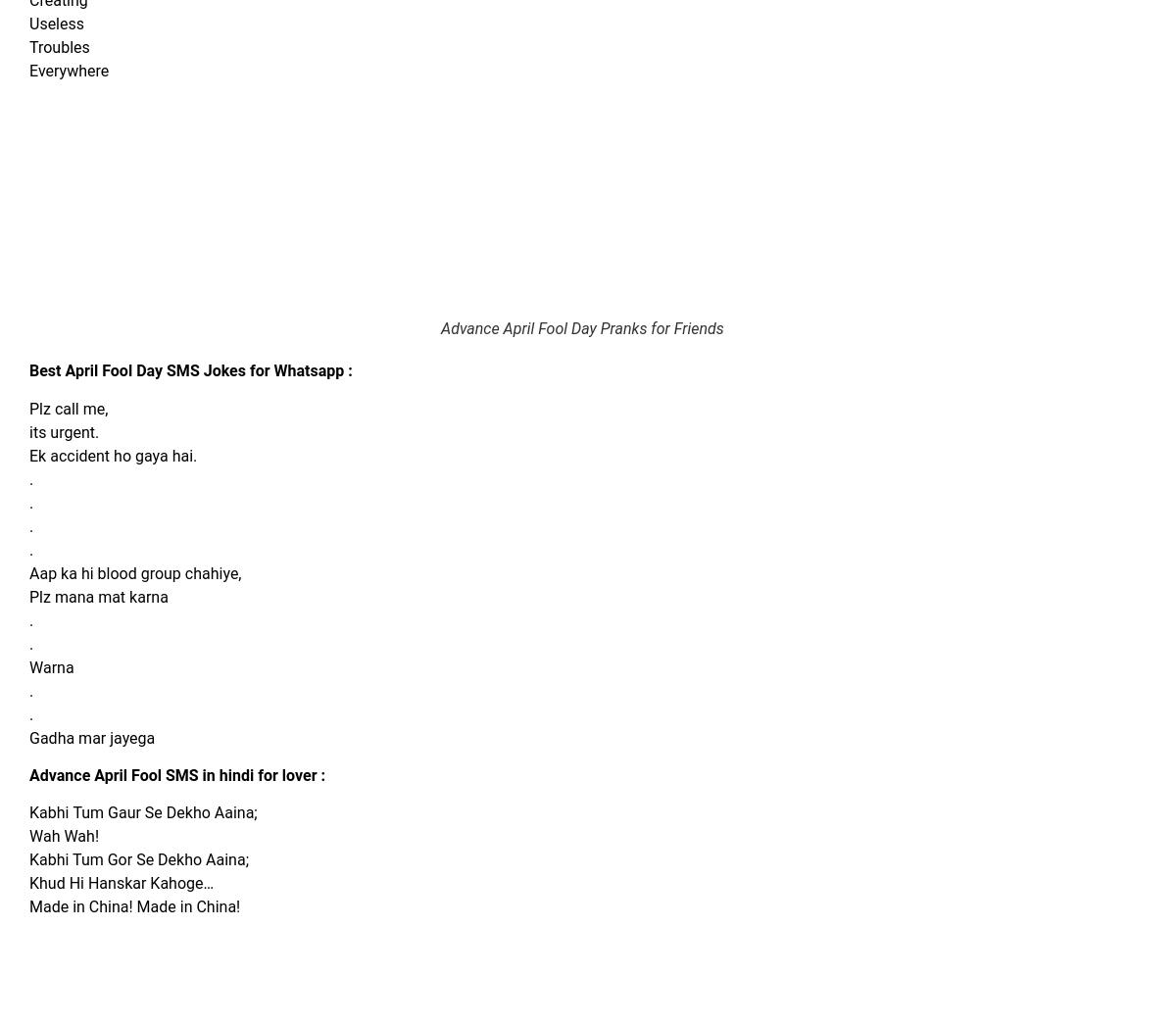 Image resolution: width=1176 pixels, height=1025 pixels. What do you see at coordinates (121, 883) in the screenshot?
I see `'Khud Hi Hanskar Kahoge…'` at bounding box center [121, 883].